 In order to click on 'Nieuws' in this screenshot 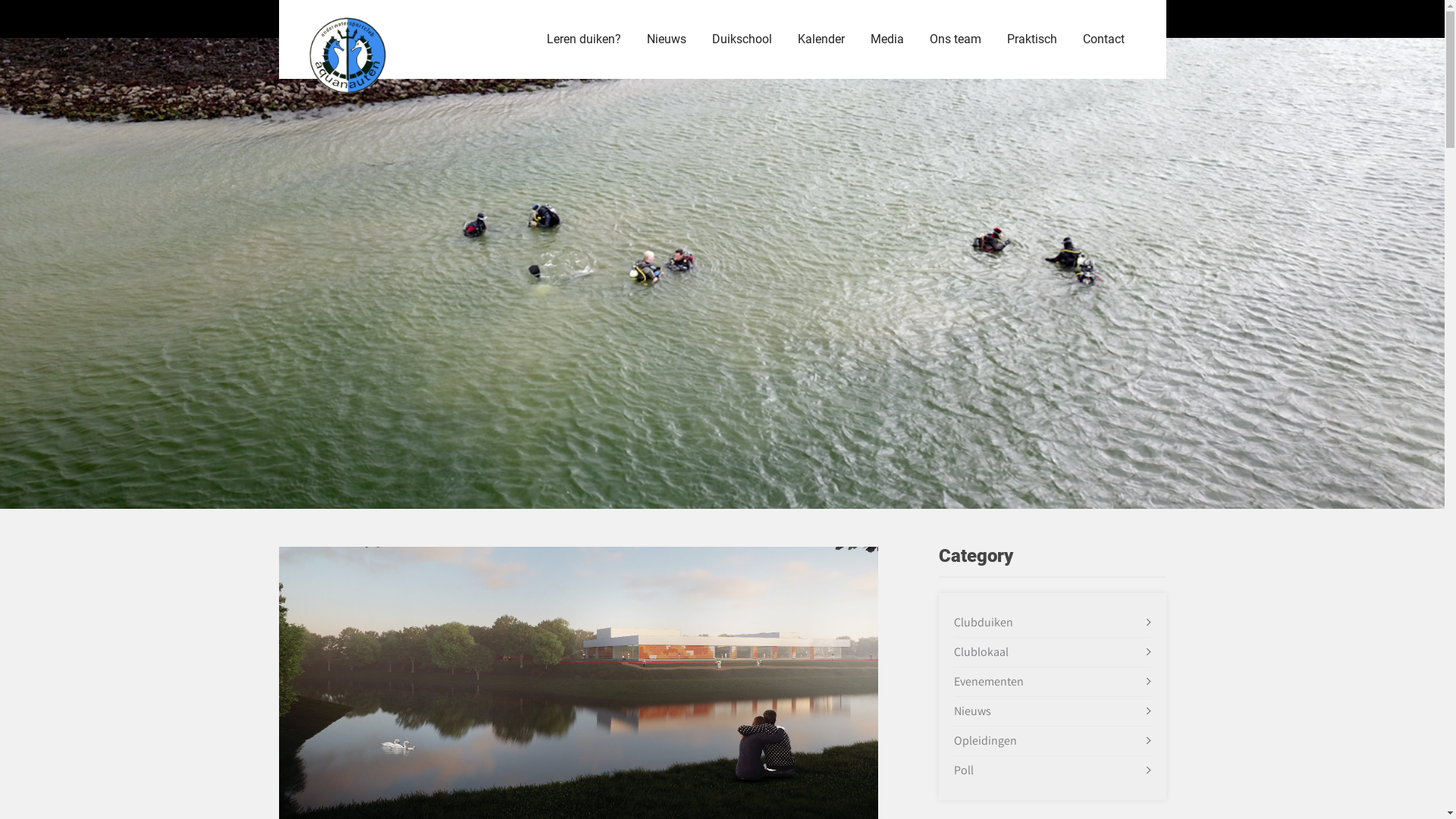, I will do `click(972, 711)`.